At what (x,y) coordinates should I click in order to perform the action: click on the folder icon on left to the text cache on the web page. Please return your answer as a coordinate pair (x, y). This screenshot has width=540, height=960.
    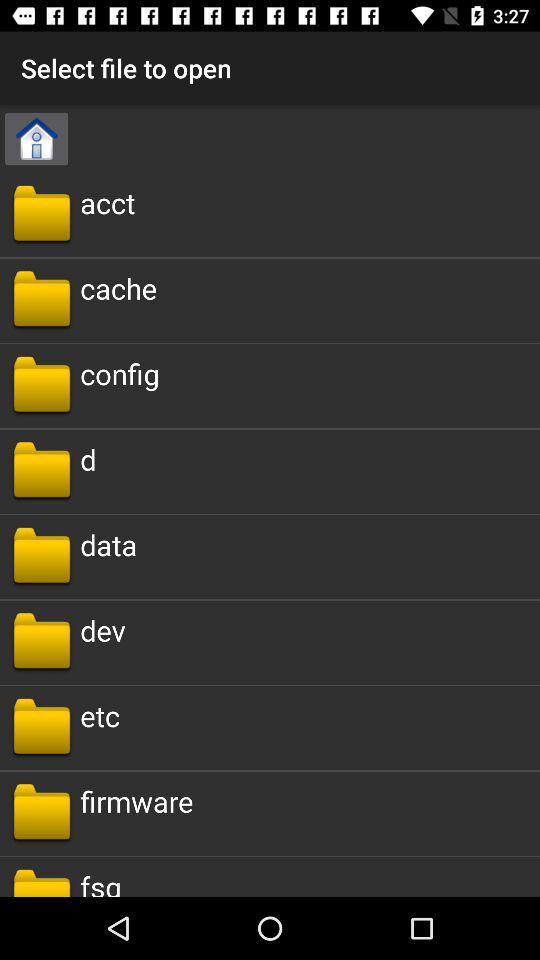
    Looking at the image, I should click on (42, 299).